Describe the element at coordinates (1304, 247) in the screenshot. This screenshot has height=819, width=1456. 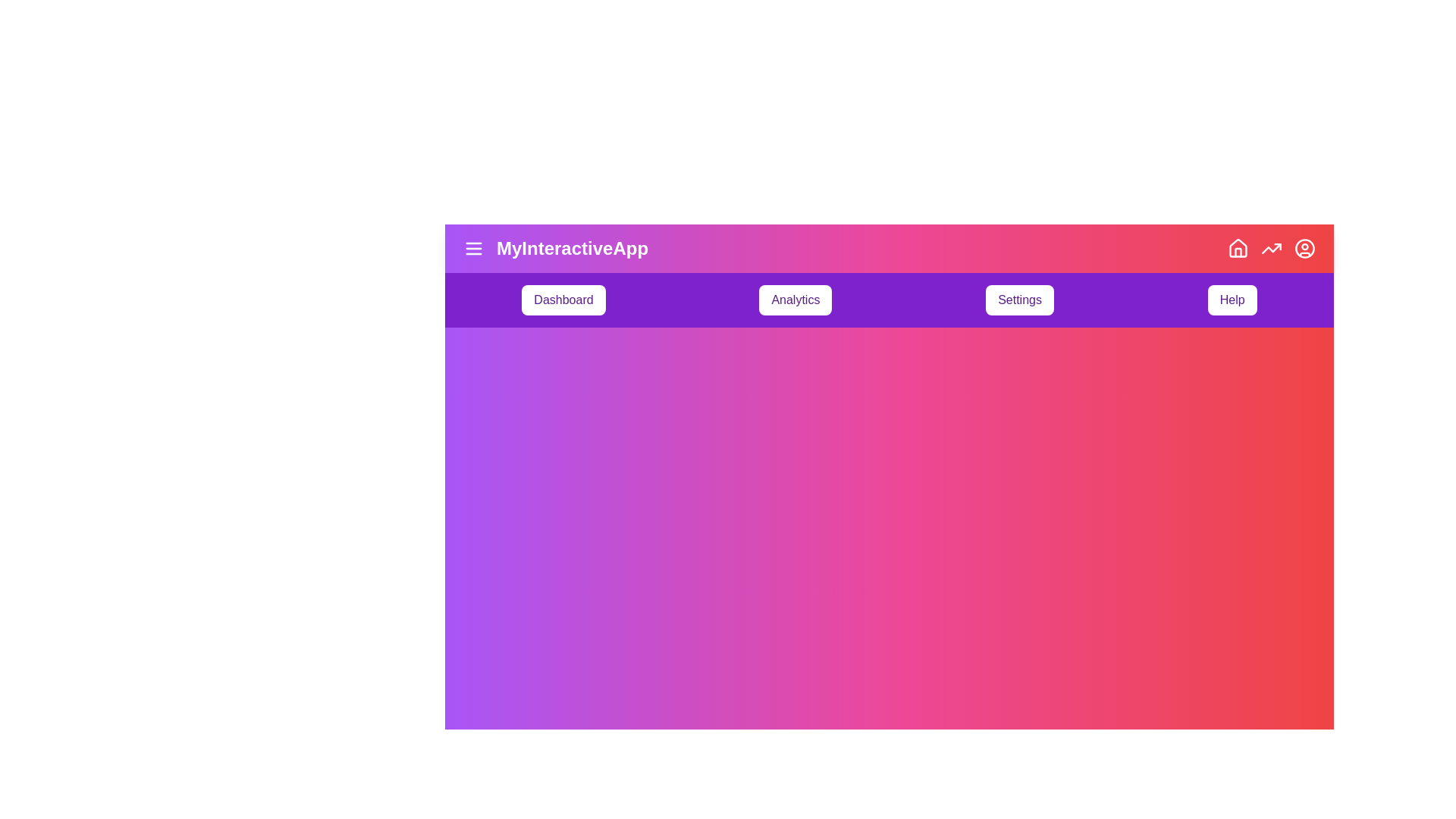
I see `the 'UserCircle' icon button to trigger its associated action` at that location.